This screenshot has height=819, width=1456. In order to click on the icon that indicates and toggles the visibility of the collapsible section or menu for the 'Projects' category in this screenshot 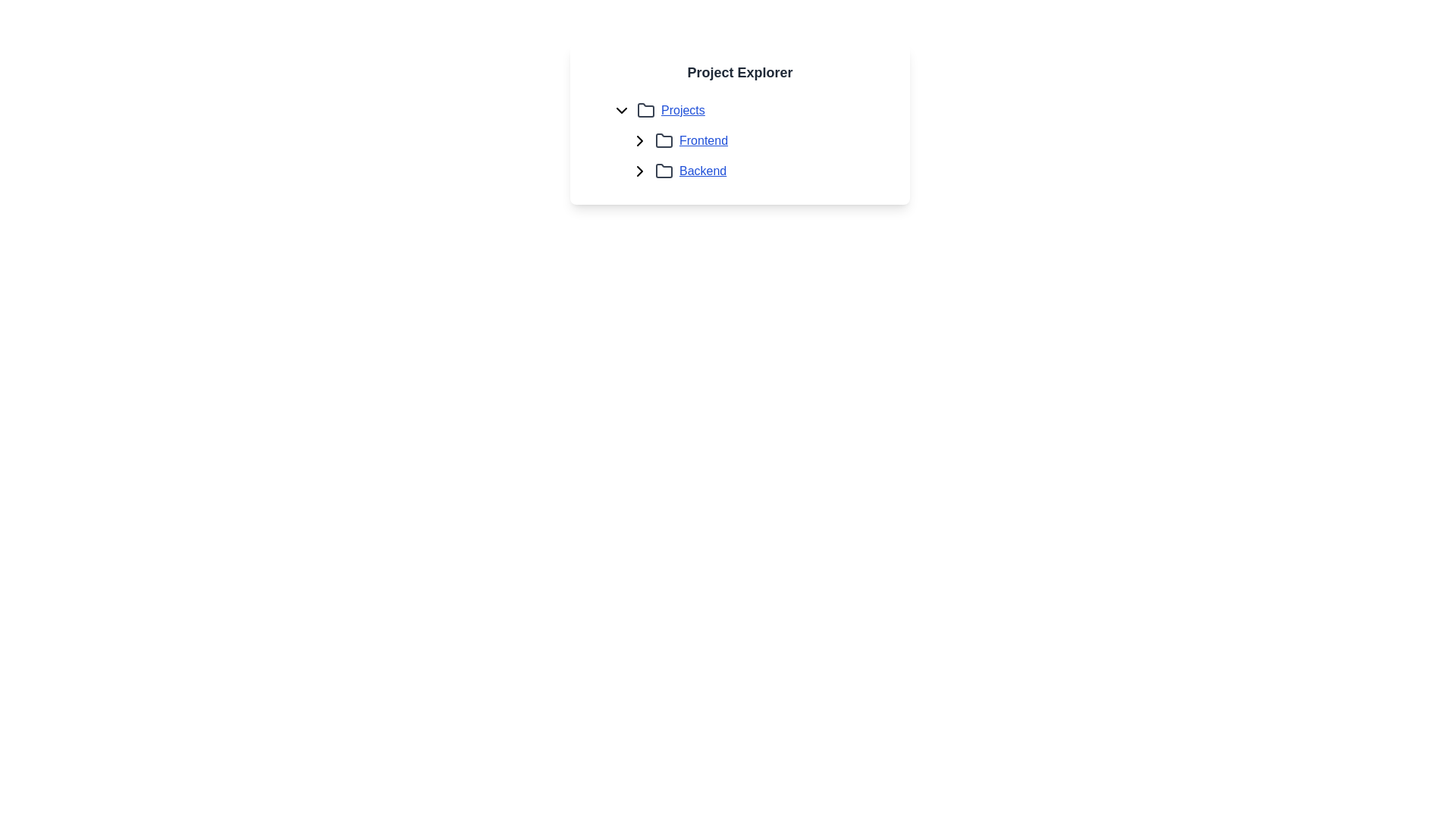, I will do `click(622, 110)`.